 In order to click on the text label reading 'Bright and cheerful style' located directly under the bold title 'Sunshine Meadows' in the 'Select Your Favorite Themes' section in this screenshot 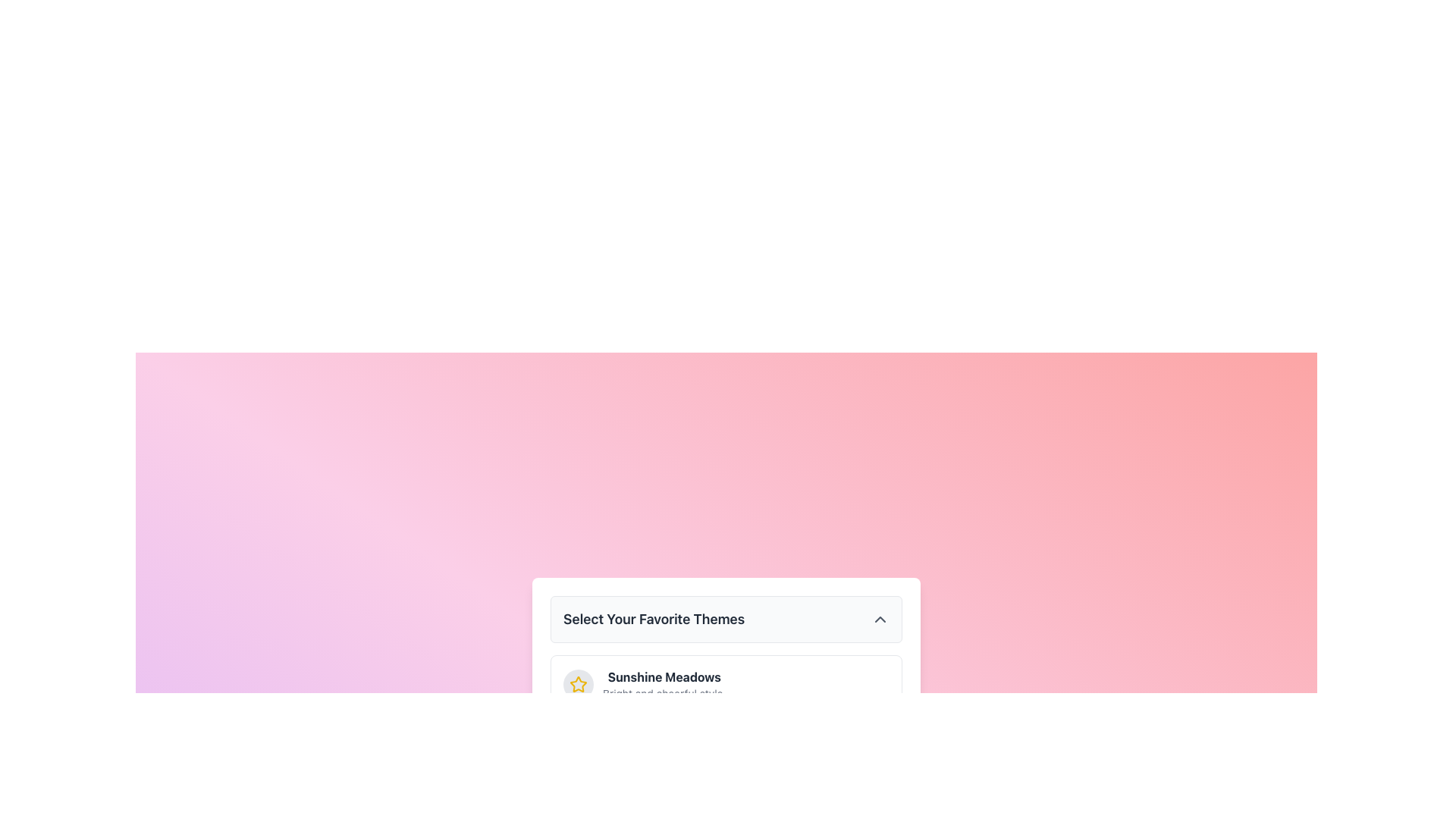, I will do `click(664, 693)`.